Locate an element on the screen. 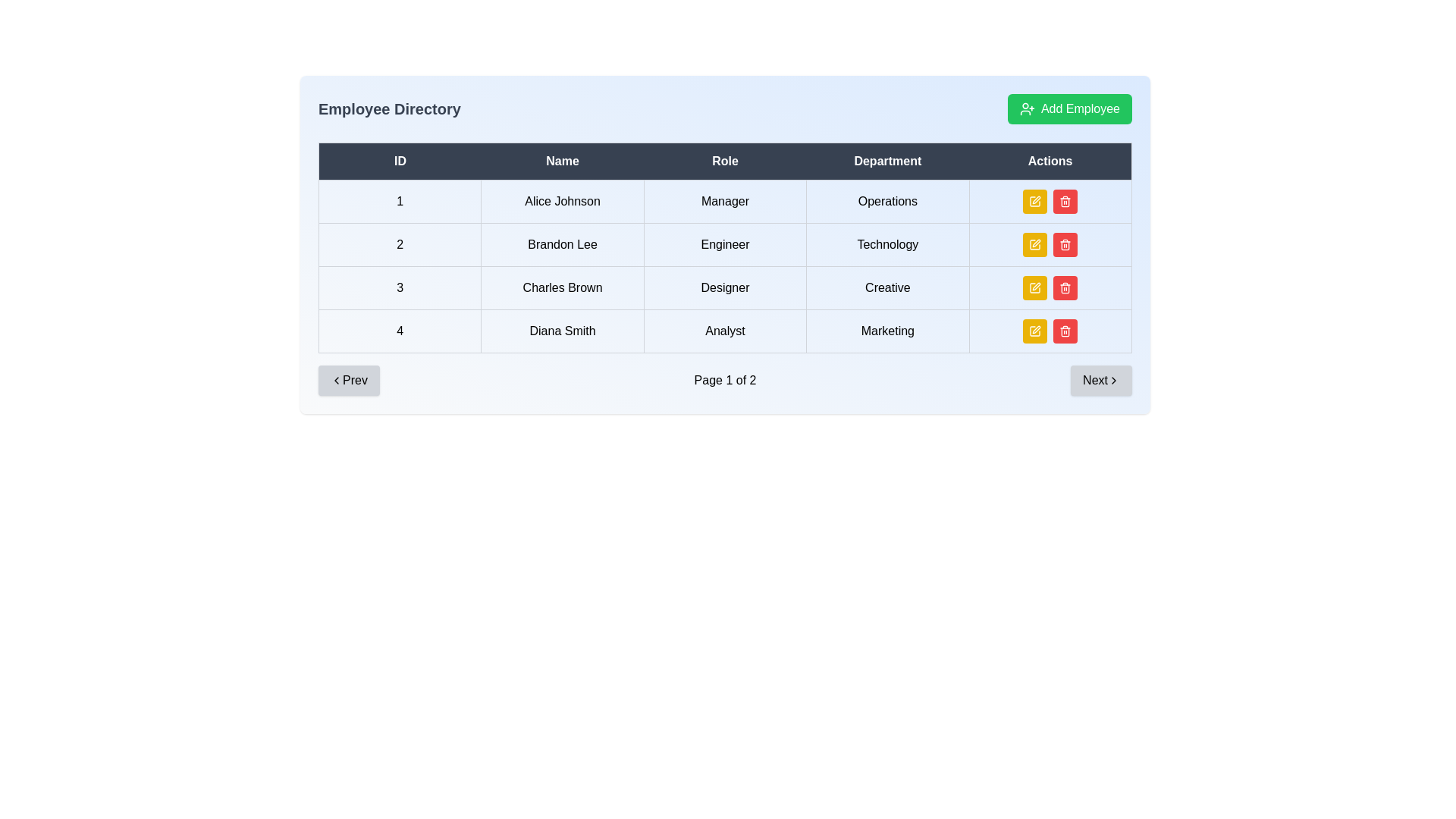  the edit icon button located in the third row of the Action column in the Employee Directory table to initiate an edit action for the row corresponding to 'Charles Brown' is located at coordinates (1034, 288).